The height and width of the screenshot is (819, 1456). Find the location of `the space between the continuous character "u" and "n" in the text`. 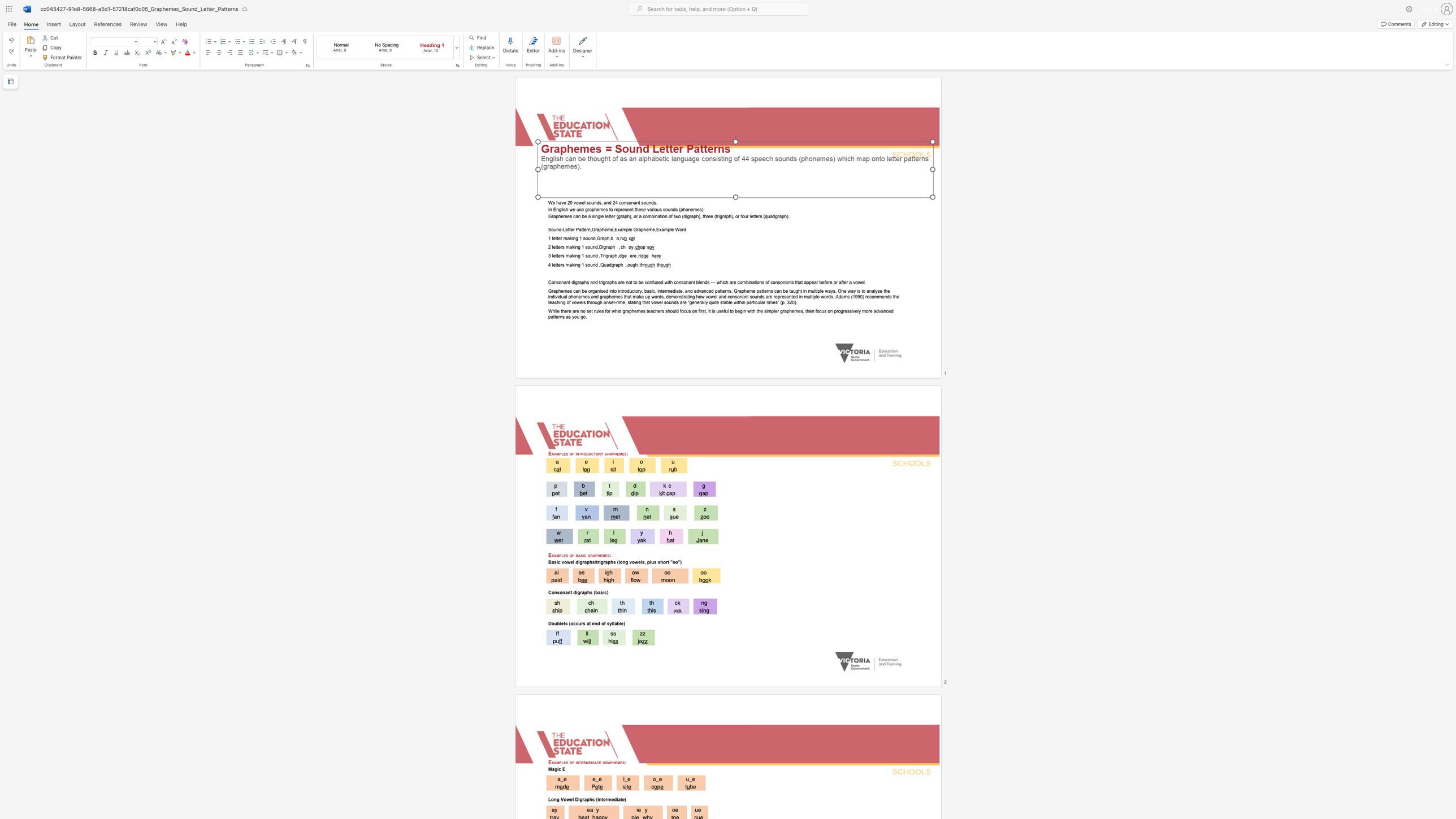

the space between the continuous character "u" and "n" in the text is located at coordinates (592, 247).